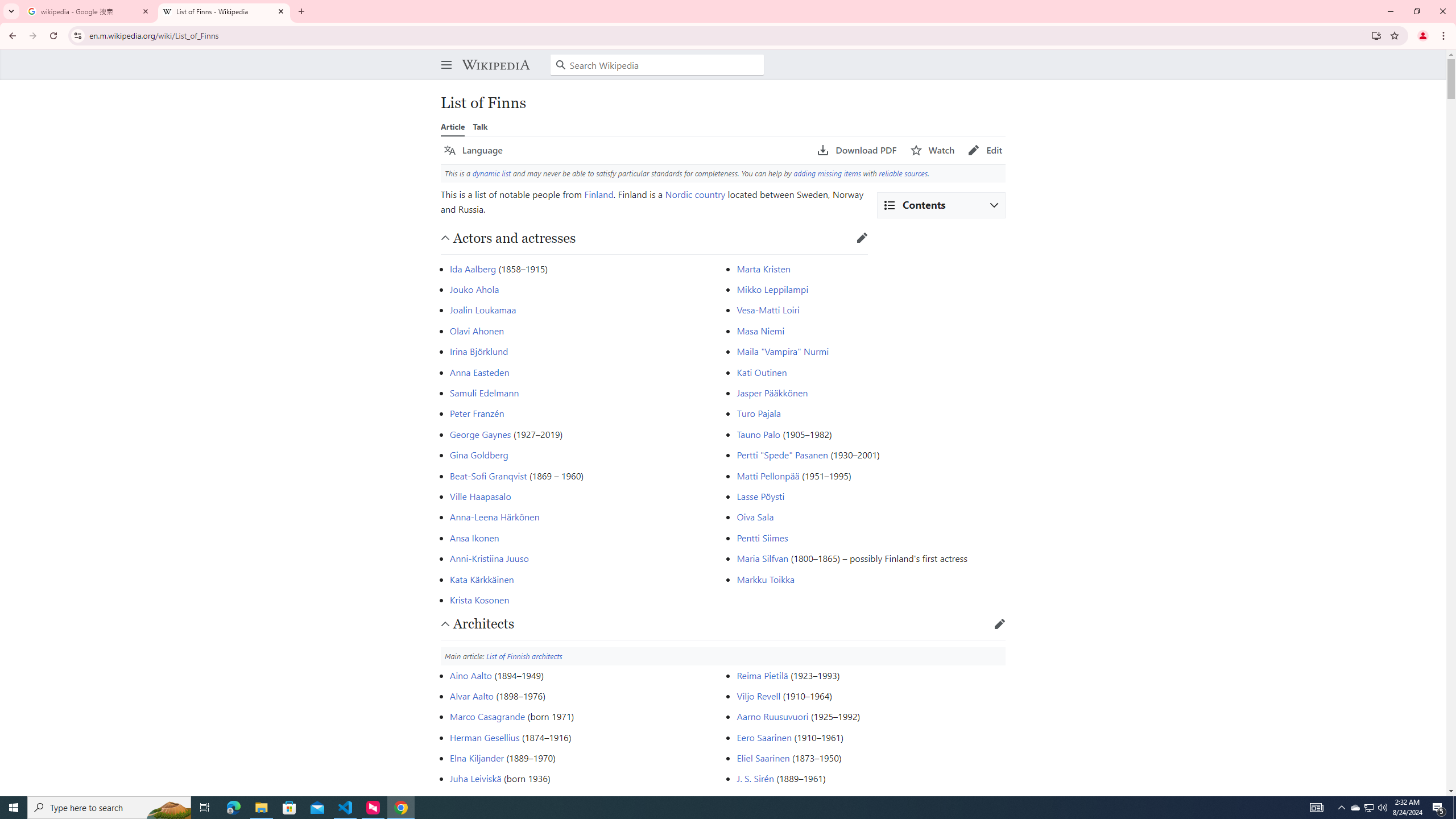 Image resolution: width=1456 pixels, height=819 pixels. What do you see at coordinates (782, 454) in the screenshot?
I see `'Pertti "Spede" Pasanen'` at bounding box center [782, 454].